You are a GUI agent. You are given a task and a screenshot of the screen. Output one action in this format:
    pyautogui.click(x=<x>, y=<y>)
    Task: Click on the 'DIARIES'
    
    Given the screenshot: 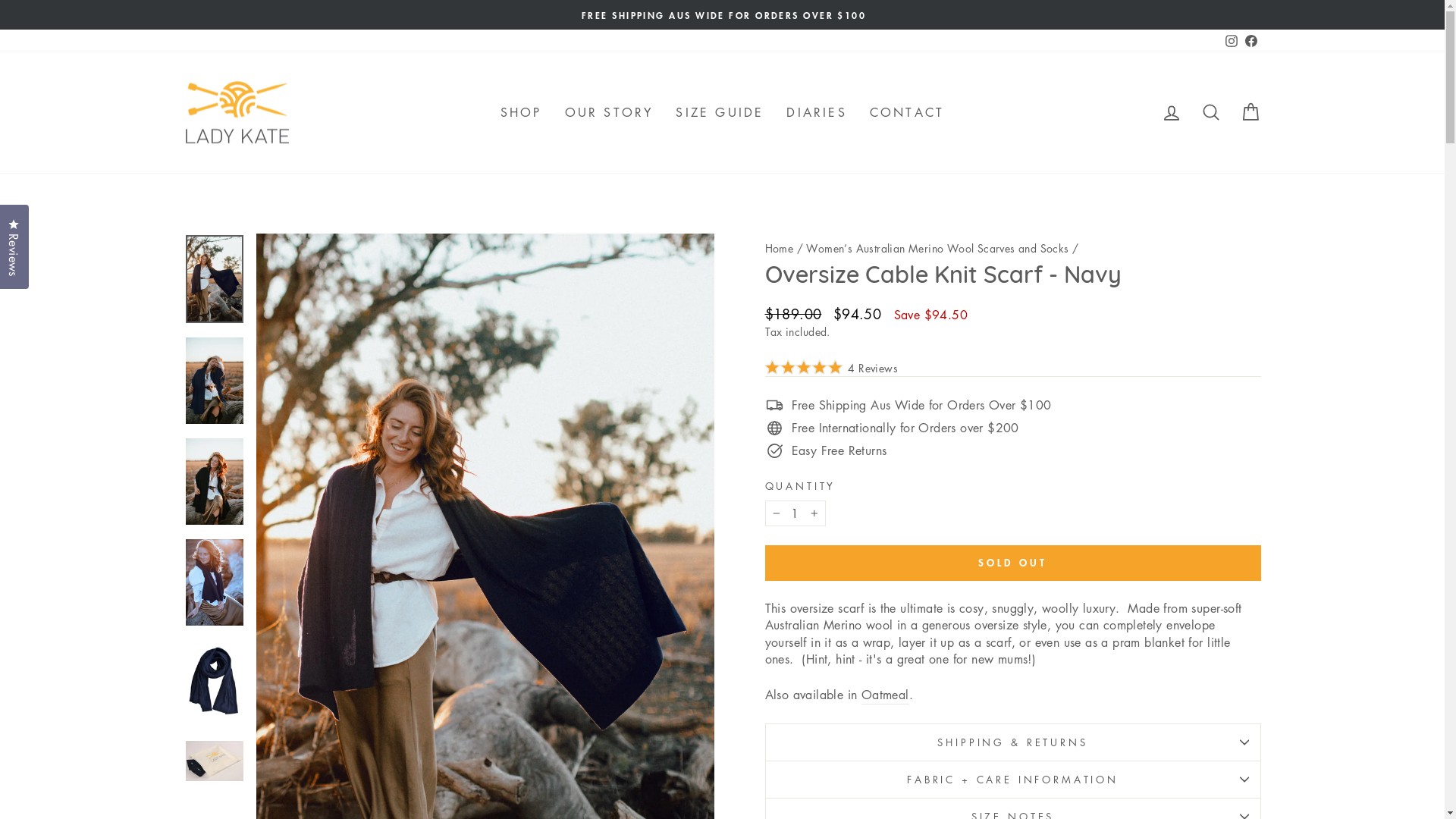 What is the action you would take?
    pyautogui.click(x=815, y=111)
    